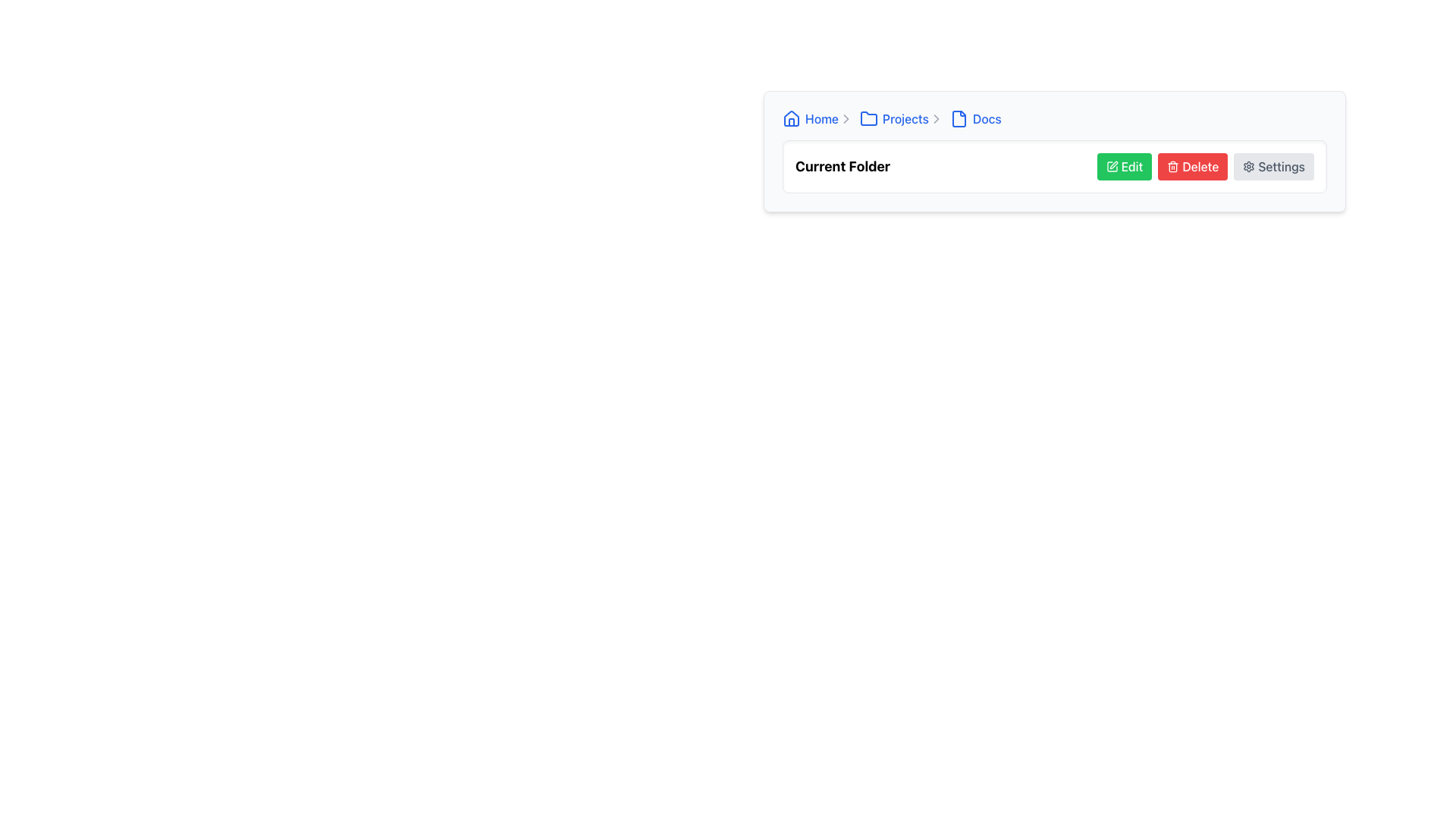 This screenshot has width=1456, height=819. I want to click on the 'Docs' text label in the breadcrumb navigation to observe any hover effects, so click(987, 118).